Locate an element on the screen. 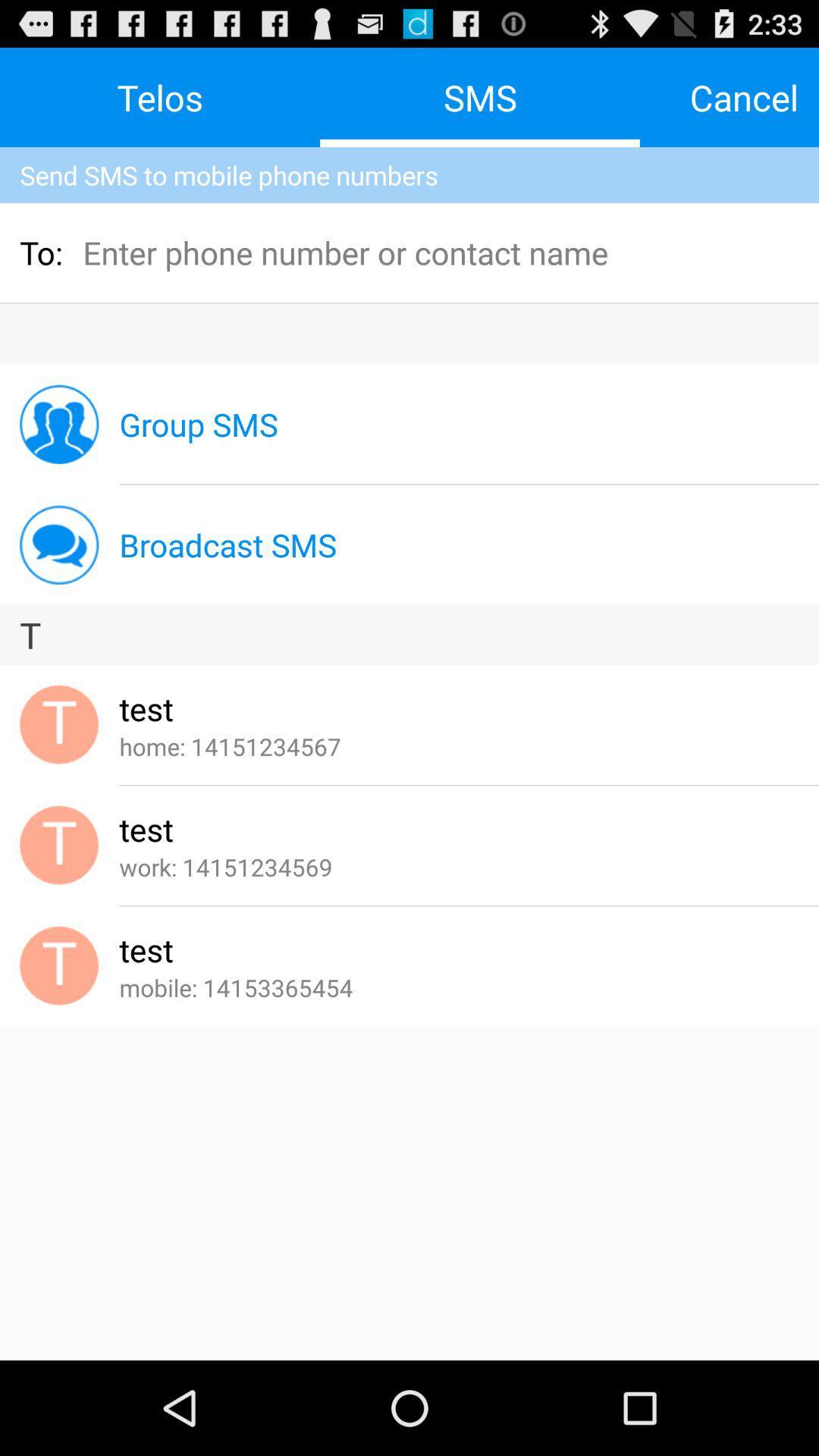  mobile: 14153365454 icon is located at coordinates (236, 987).